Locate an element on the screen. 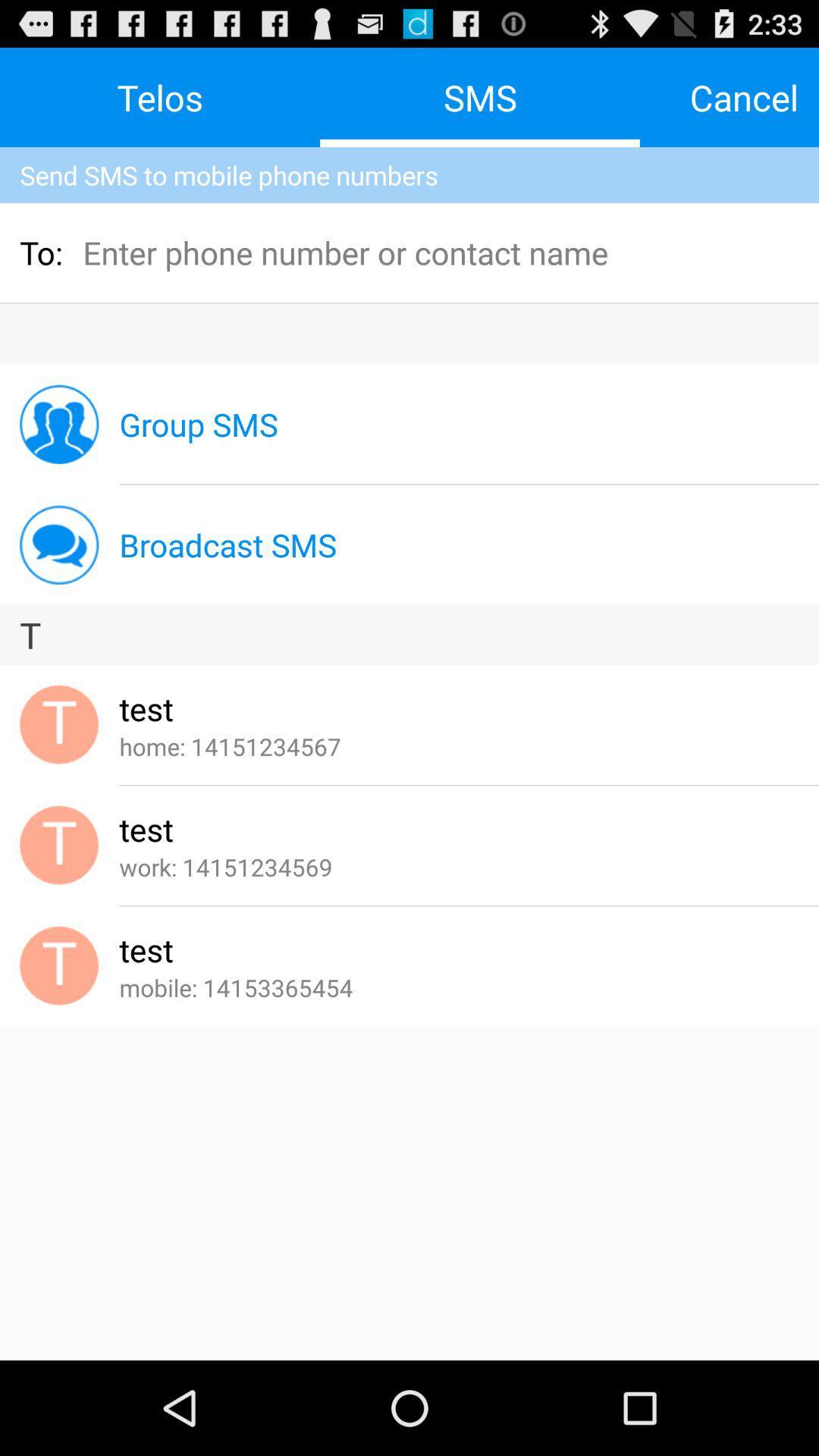  mobile: 14153365454 icon is located at coordinates (236, 987).